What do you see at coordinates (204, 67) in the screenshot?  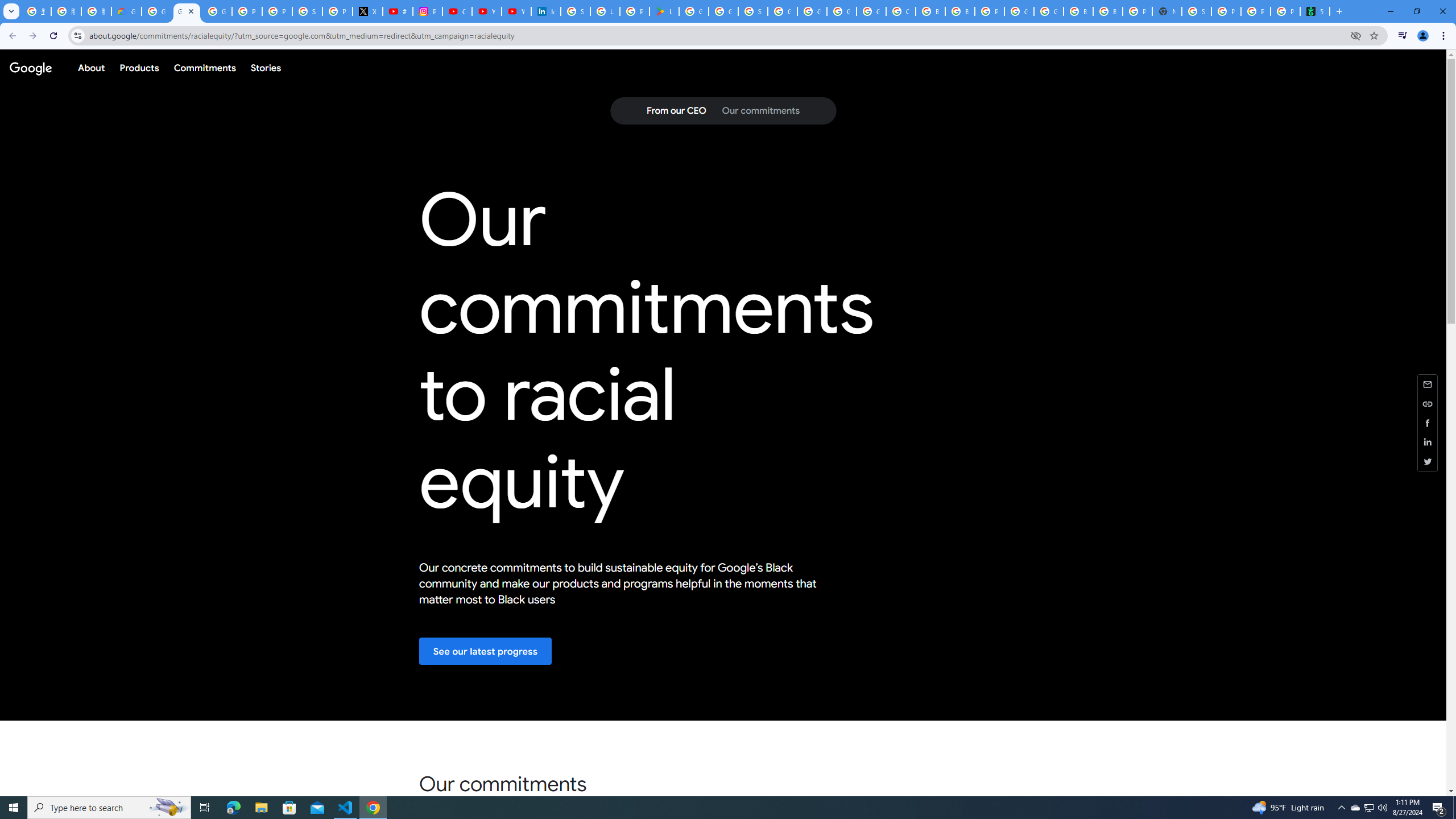 I see `'Commitments'` at bounding box center [204, 67].